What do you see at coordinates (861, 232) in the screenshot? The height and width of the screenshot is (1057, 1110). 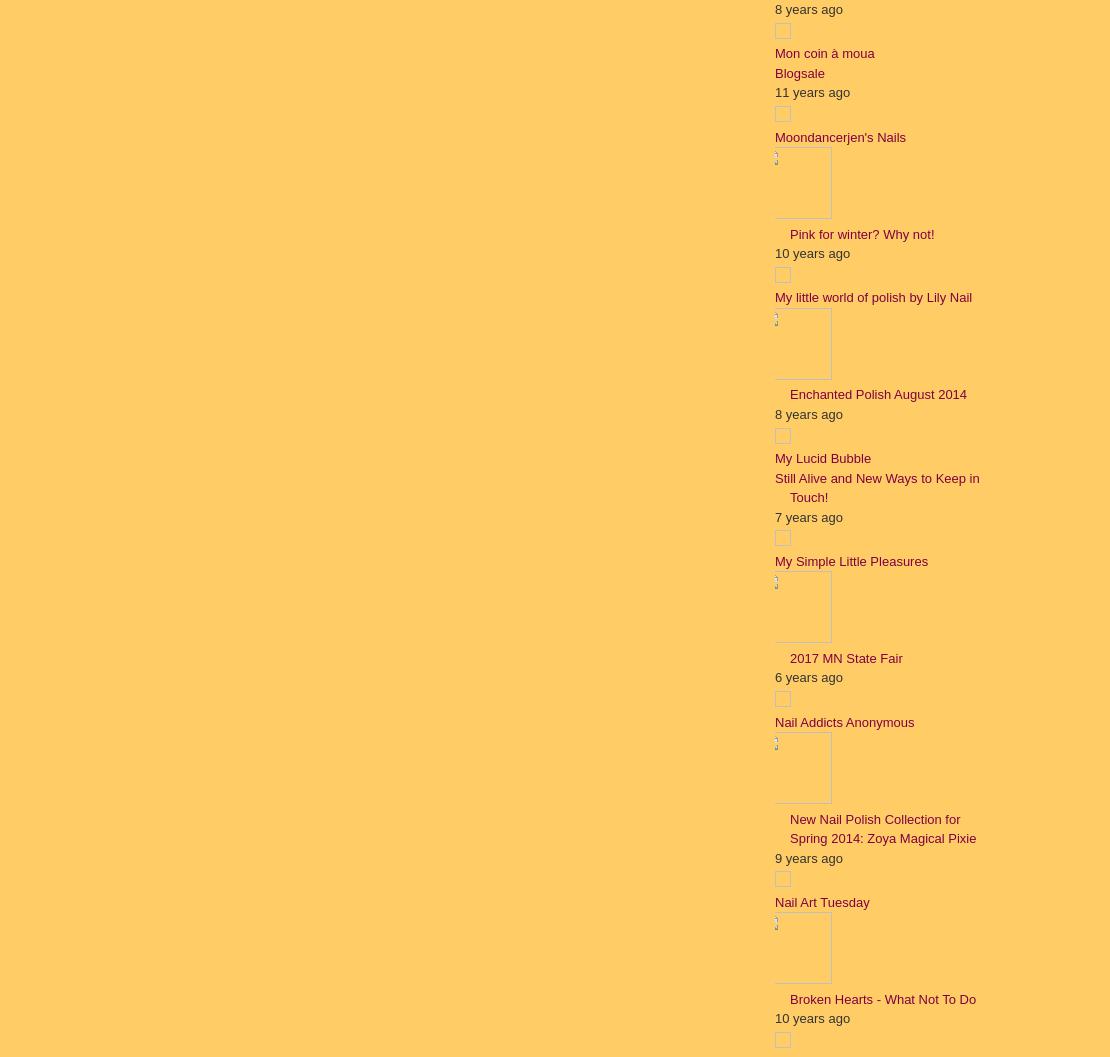 I see `'Pink for winter? Why not!'` at bounding box center [861, 232].